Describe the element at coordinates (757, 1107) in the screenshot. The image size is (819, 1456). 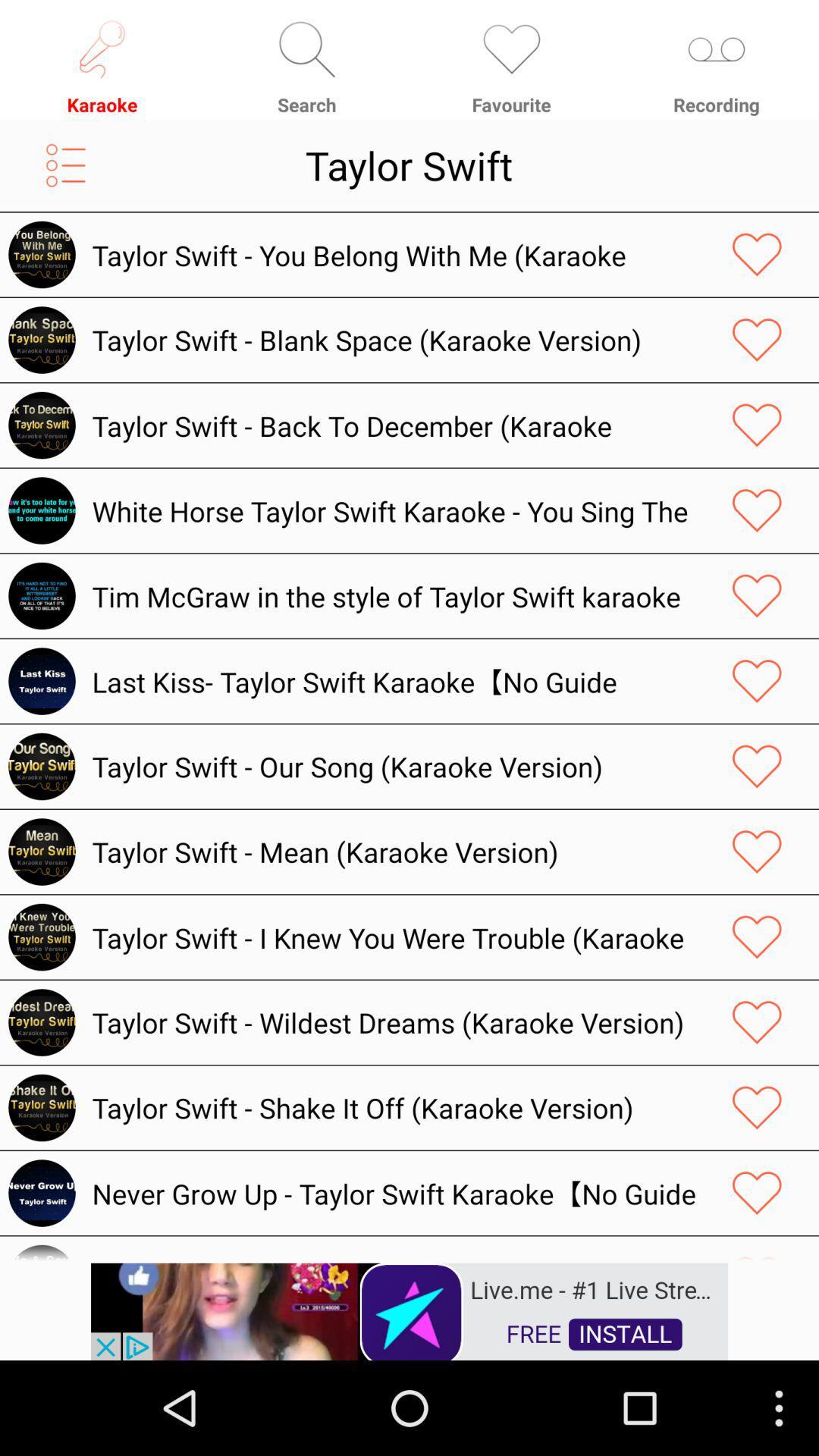
I see `like the page` at that location.